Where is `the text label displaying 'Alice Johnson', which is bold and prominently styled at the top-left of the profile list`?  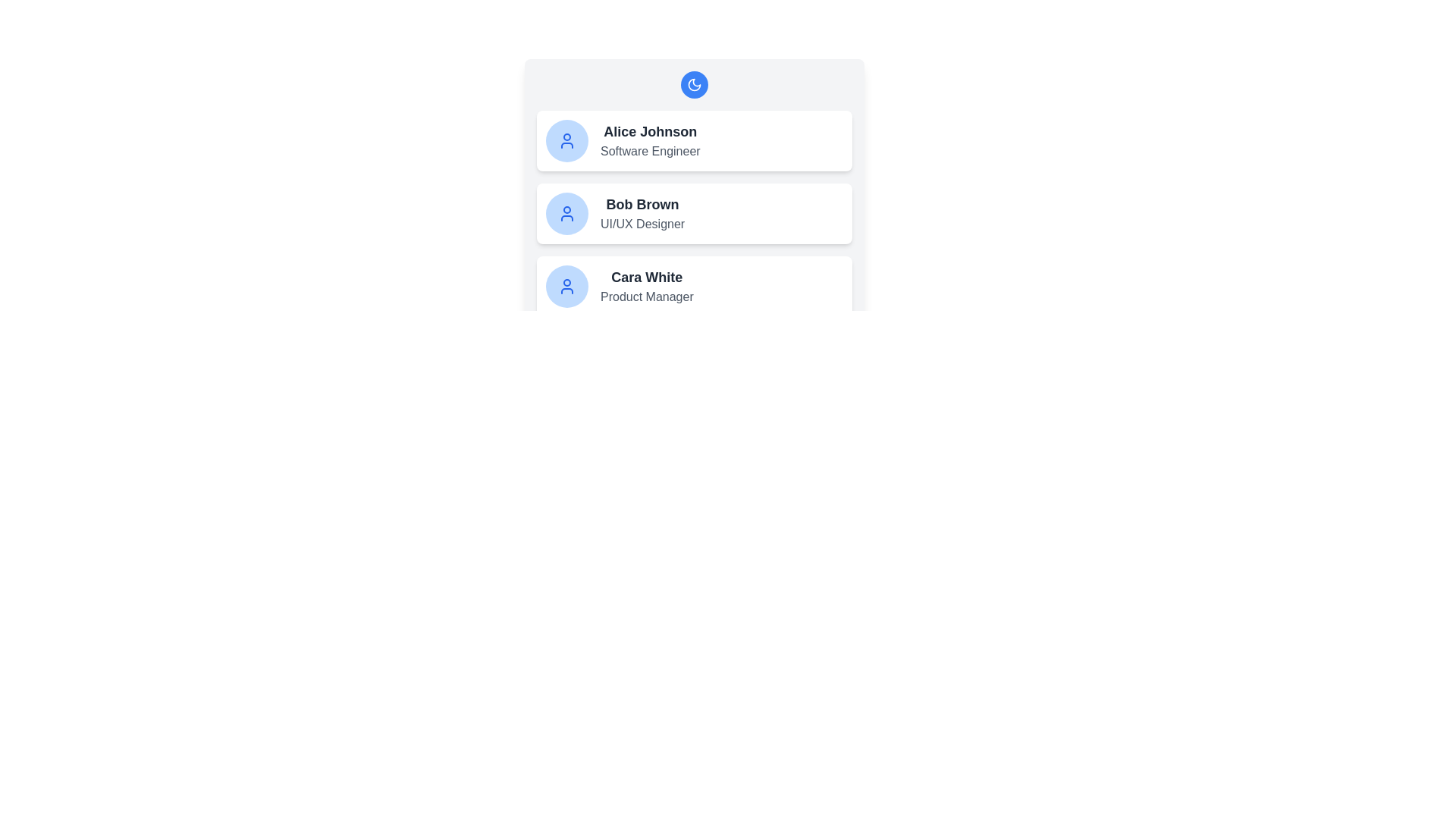 the text label displaying 'Alice Johnson', which is bold and prominently styled at the top-left of the profile list is located at coordinates (650, 130).